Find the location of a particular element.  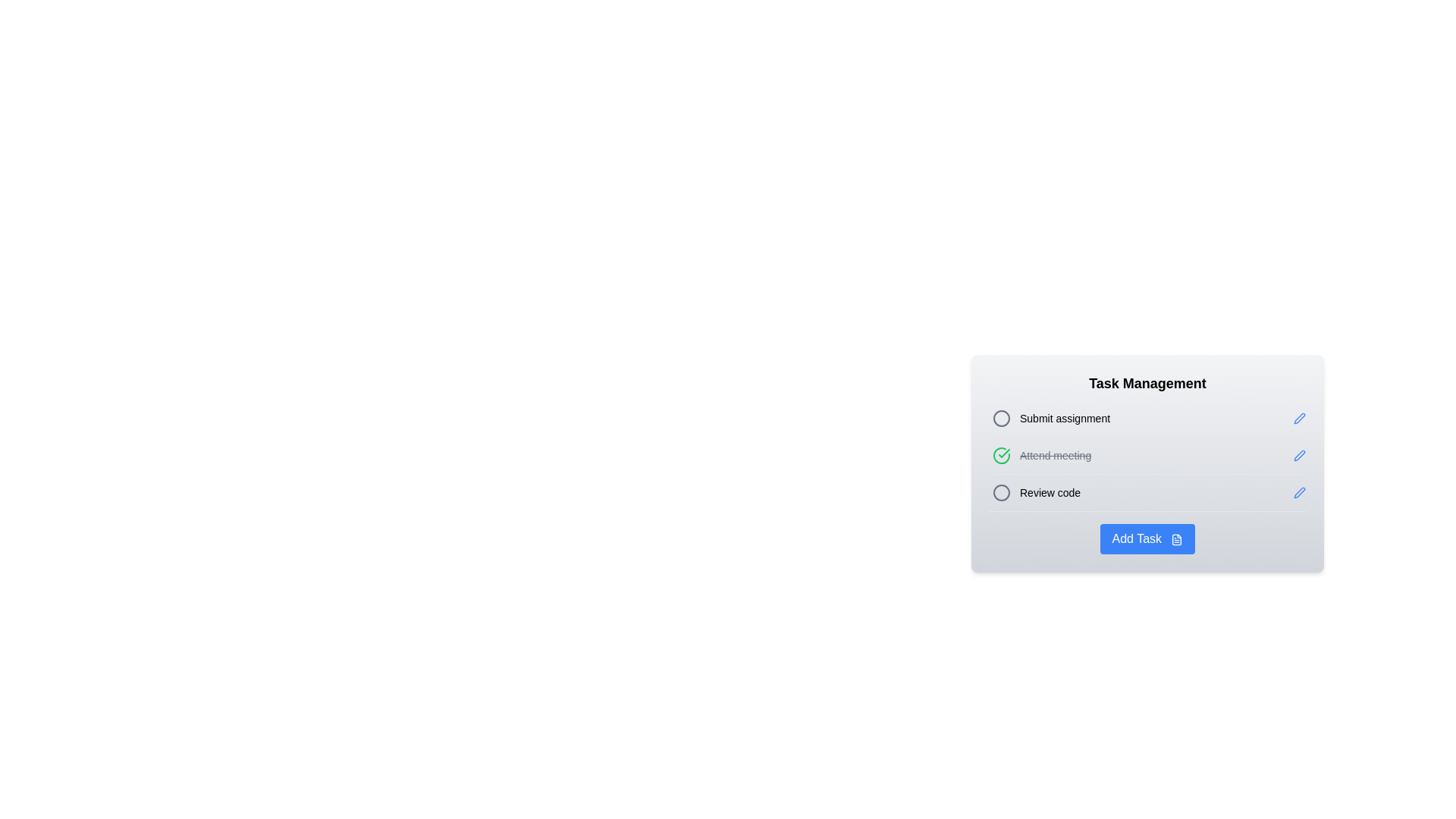

the 'Add Task' button, which is a blue rectangular button with rounded corners located at the bottom of the 'Task Management' panel is located at coordinates (1147, 538).